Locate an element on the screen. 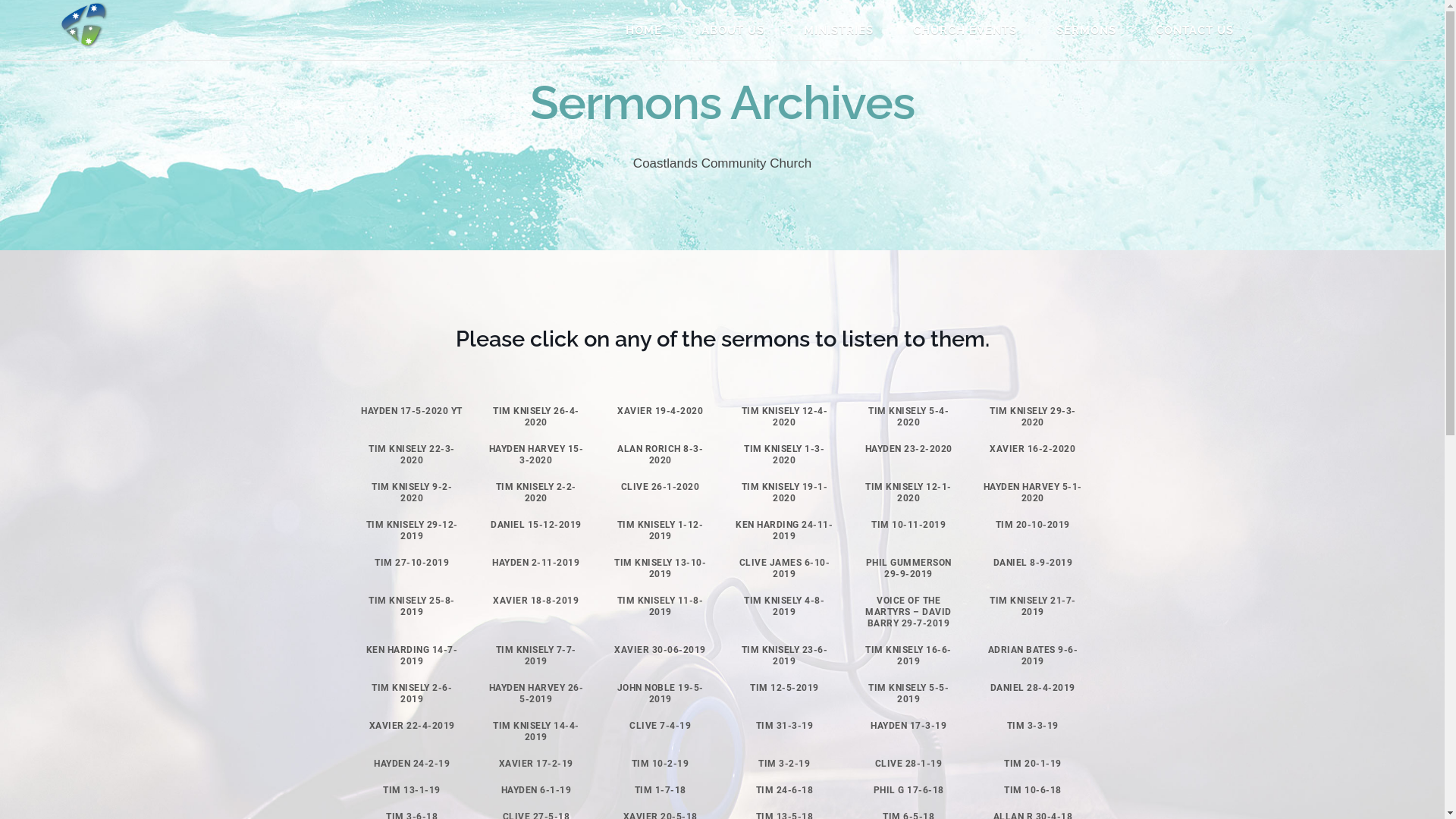 Image resolution: width=1456 pixels, height=819 pixels. 'TIM KNISELY 5-4-2020' is located at coordinates (908, 416).